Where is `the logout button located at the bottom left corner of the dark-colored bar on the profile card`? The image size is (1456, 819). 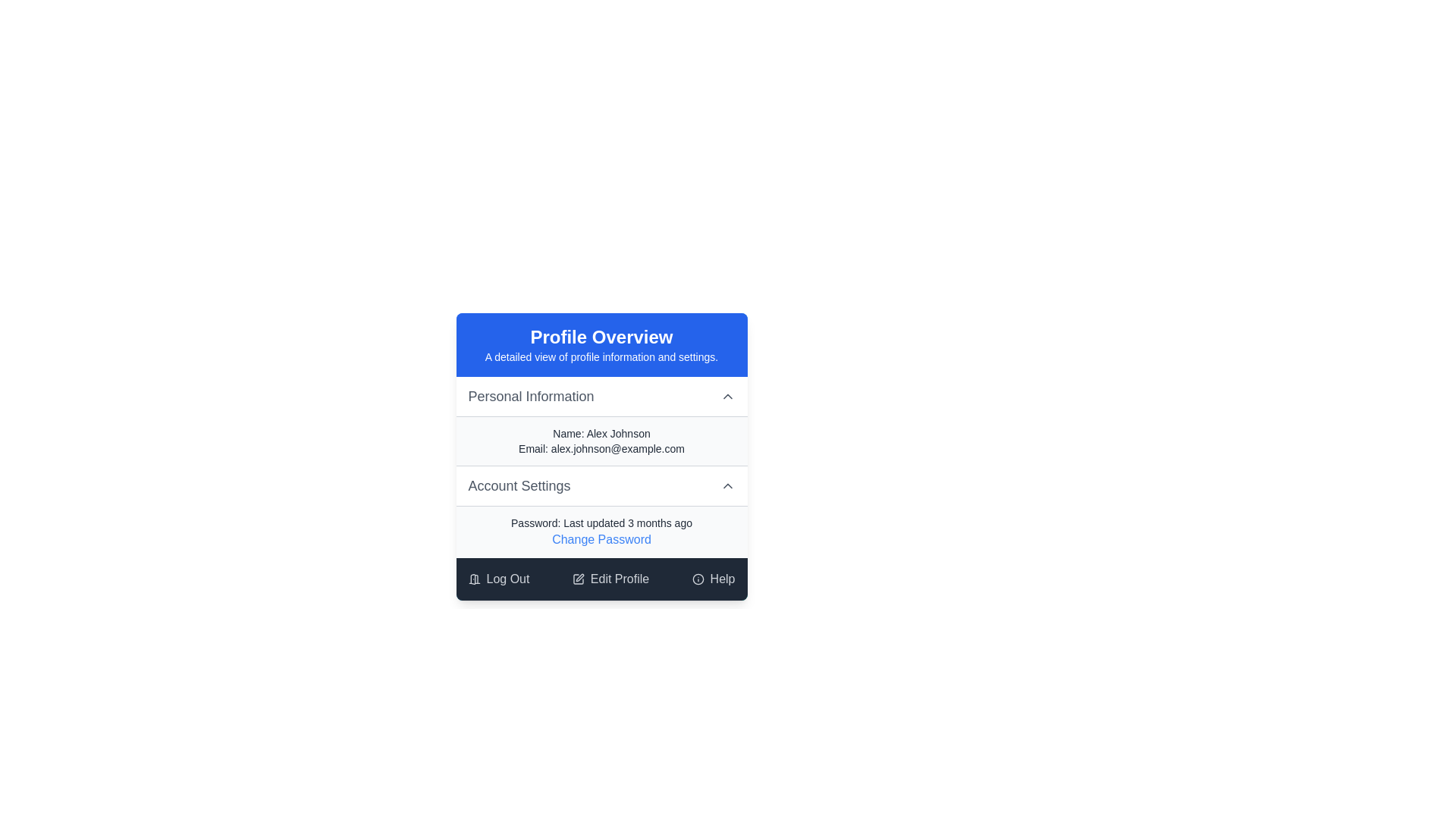 the logout button located at the bottom left corner of the dark-colored bar on the profile card is located at coordinates (498, 579).